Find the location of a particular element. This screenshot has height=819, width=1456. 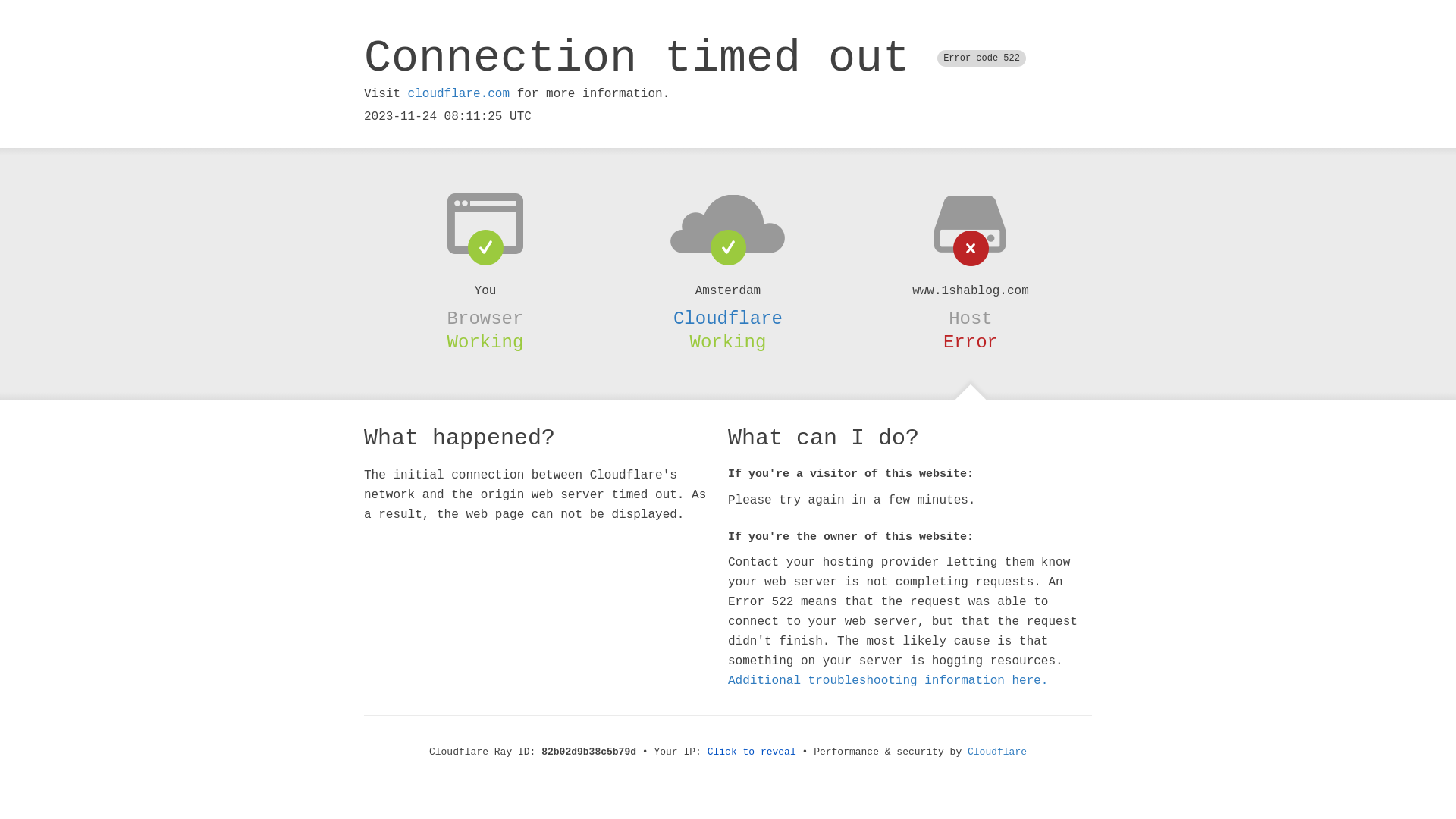

'Cloudflare' is located at coordinates (728, 318).